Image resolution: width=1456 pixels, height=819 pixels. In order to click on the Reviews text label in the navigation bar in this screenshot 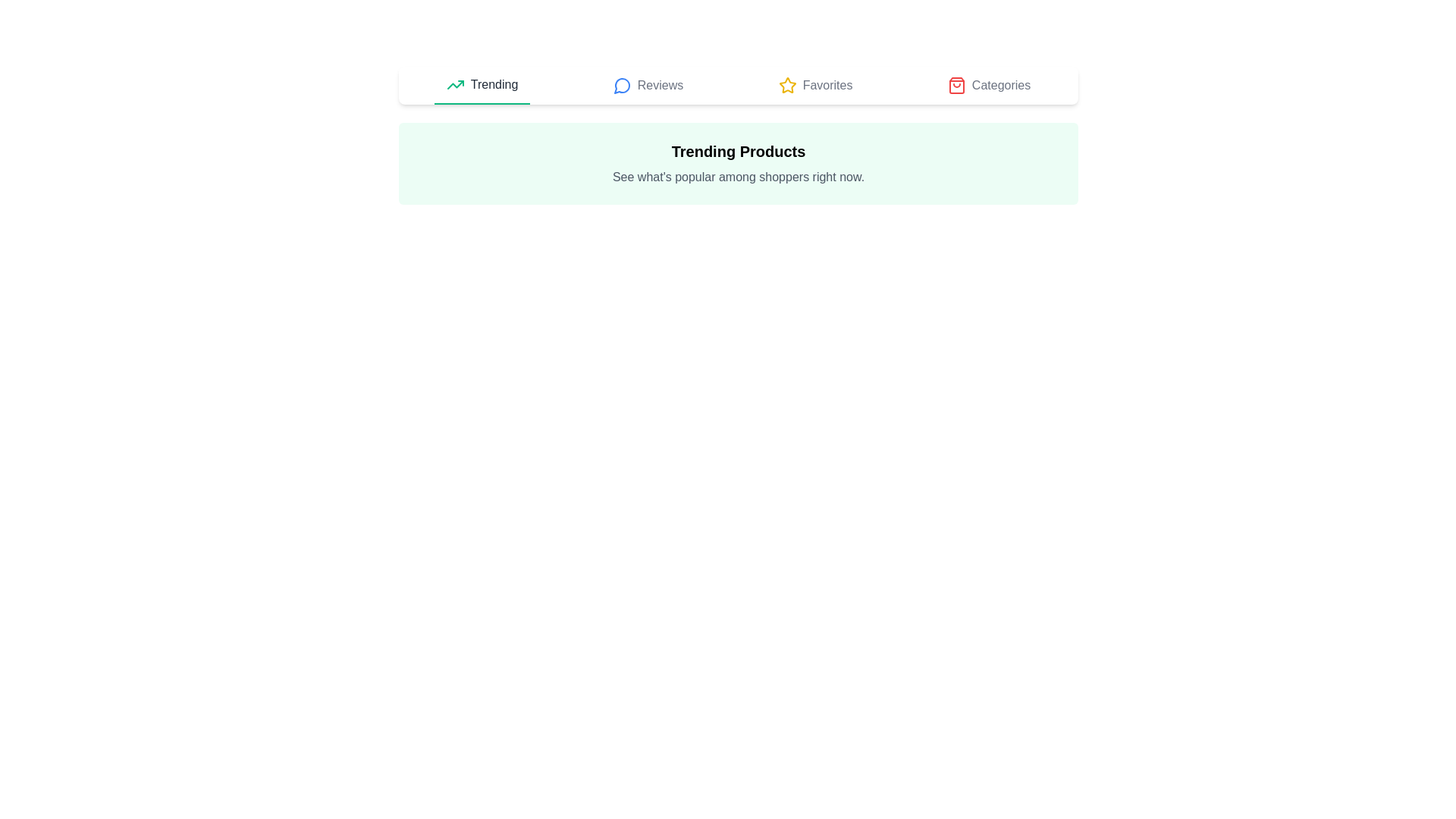, I will do `click(660, 85)`.